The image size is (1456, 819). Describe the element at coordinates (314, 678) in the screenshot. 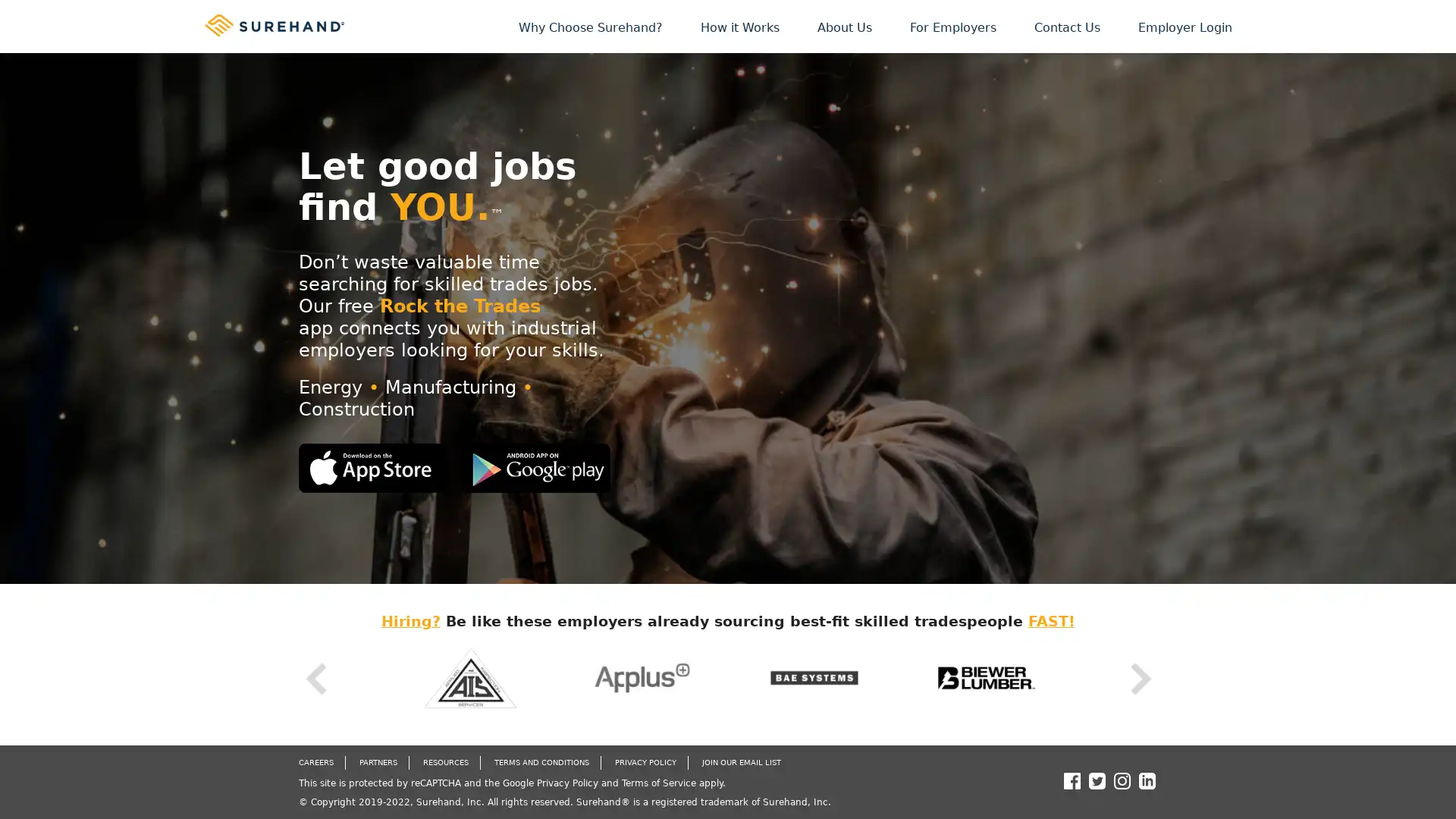

I see `Previous` at that location.